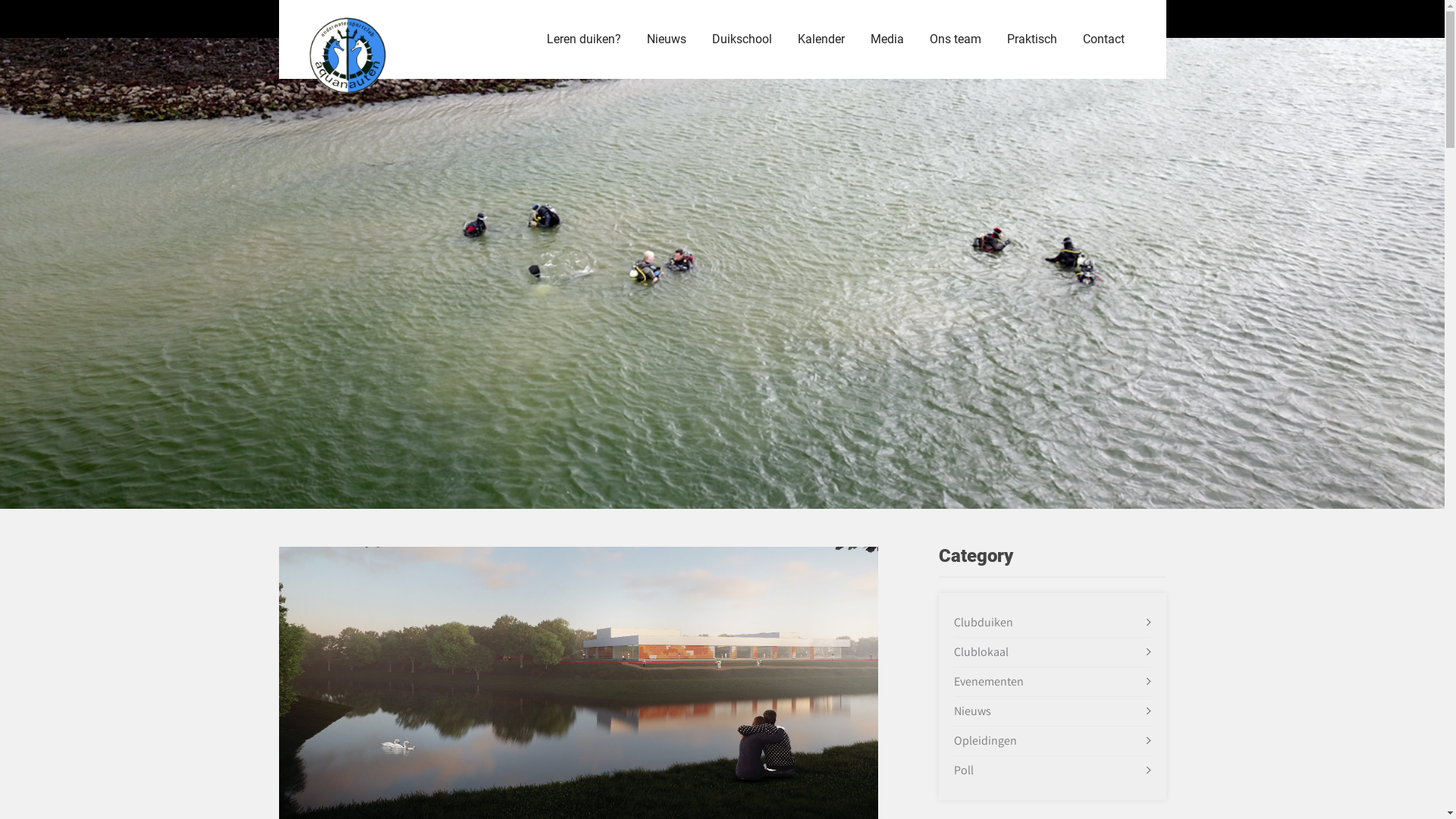 The image size is (1456, 819). What do you see at coordinates (953, 38) in the screenshot?
I see `'Ons team'` at bounding box center [953, 38].